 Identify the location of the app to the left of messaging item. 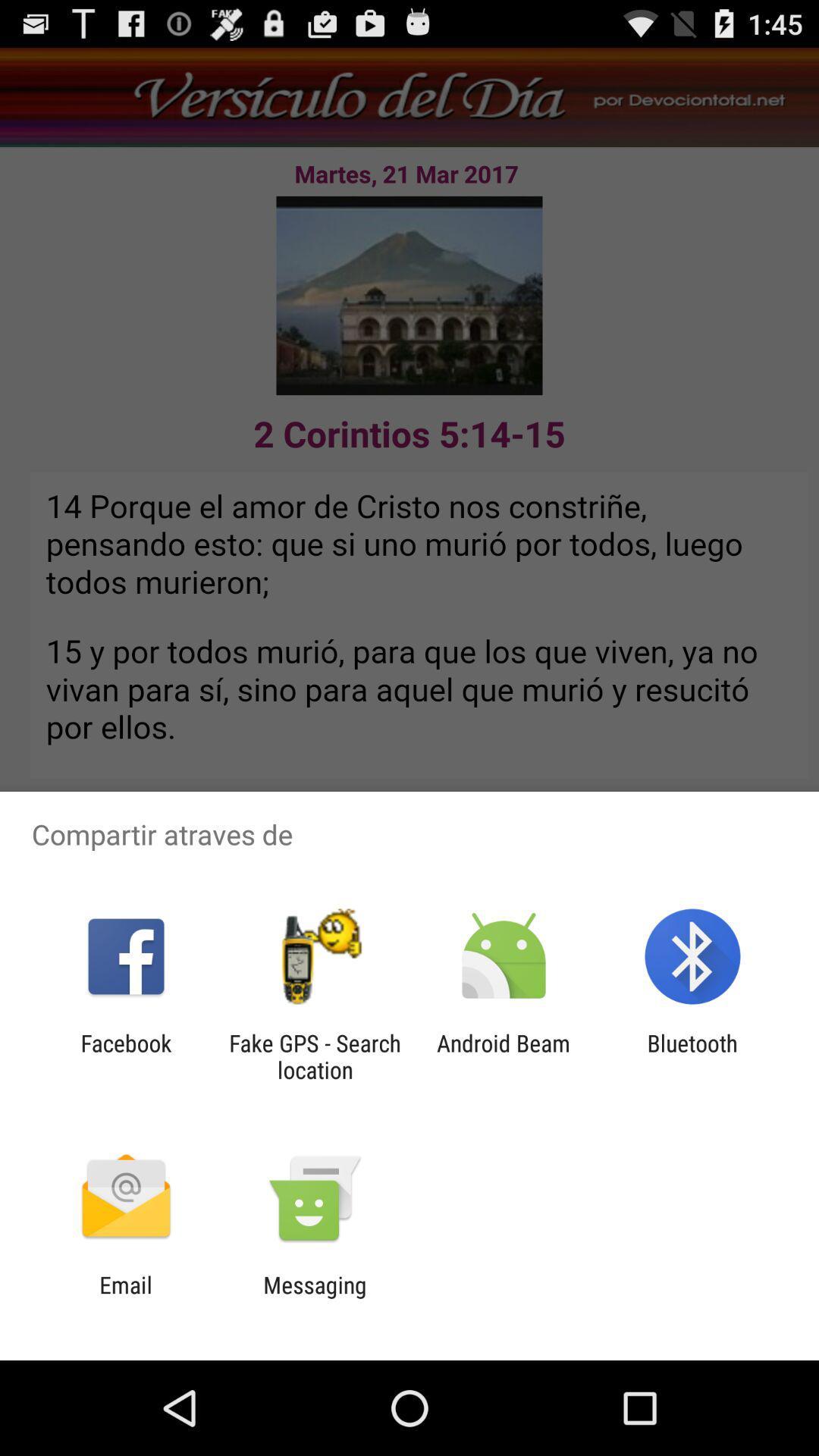
(125, 1298).